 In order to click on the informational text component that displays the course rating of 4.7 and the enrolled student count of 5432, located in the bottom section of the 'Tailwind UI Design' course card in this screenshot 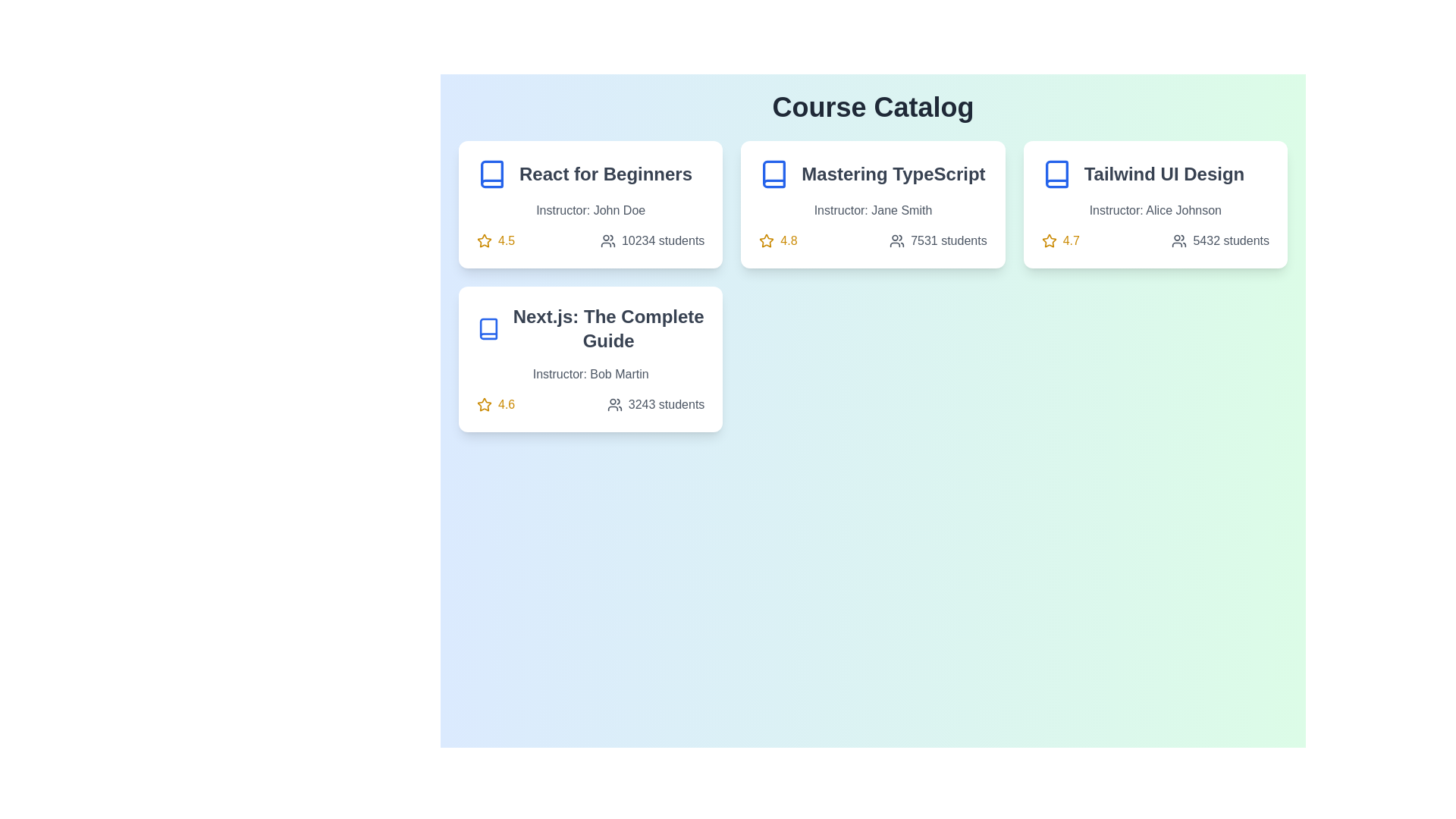, I will do `click(1154, 240)`.